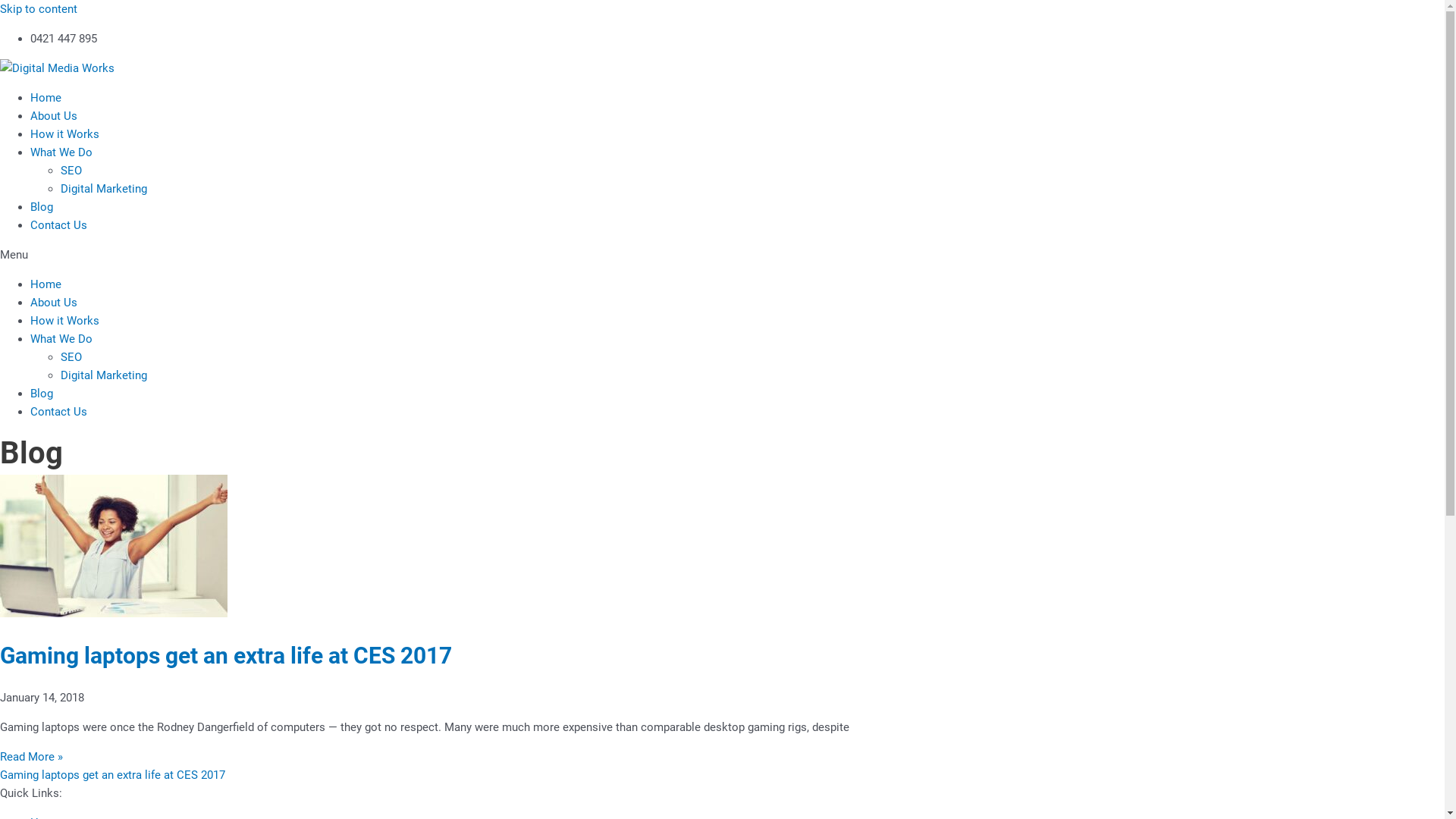 This screenshot has width=1456, height=819. What do you see at coordinates (30, 284) in the screenshot?
I see `'Home'` at bounding box center [30, 284].